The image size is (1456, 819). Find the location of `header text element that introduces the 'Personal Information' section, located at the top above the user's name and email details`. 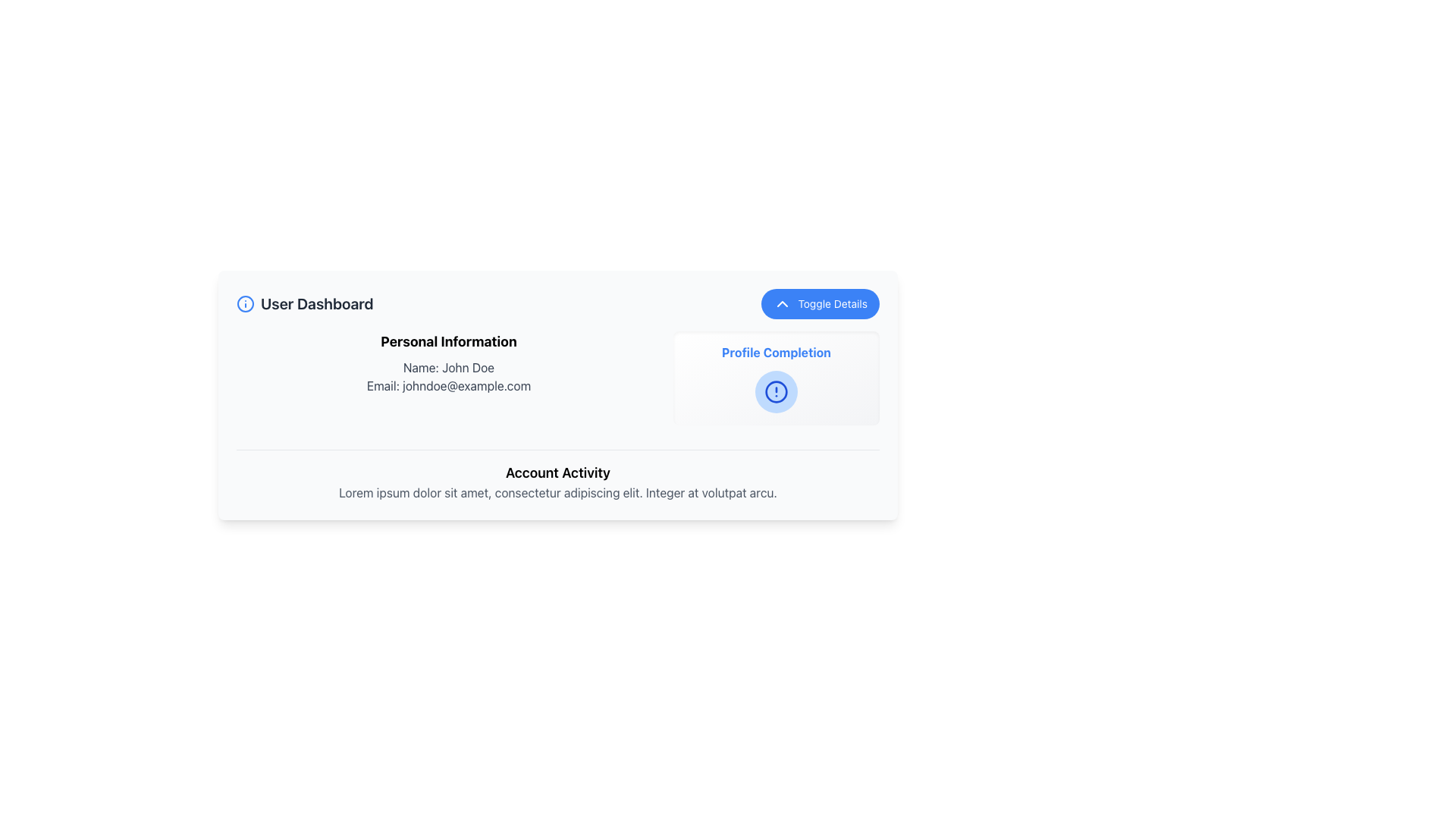

header text element that introduces the 'Personal Information' section, located at the top above the user's name and email details is located at coordinates (447, 342).